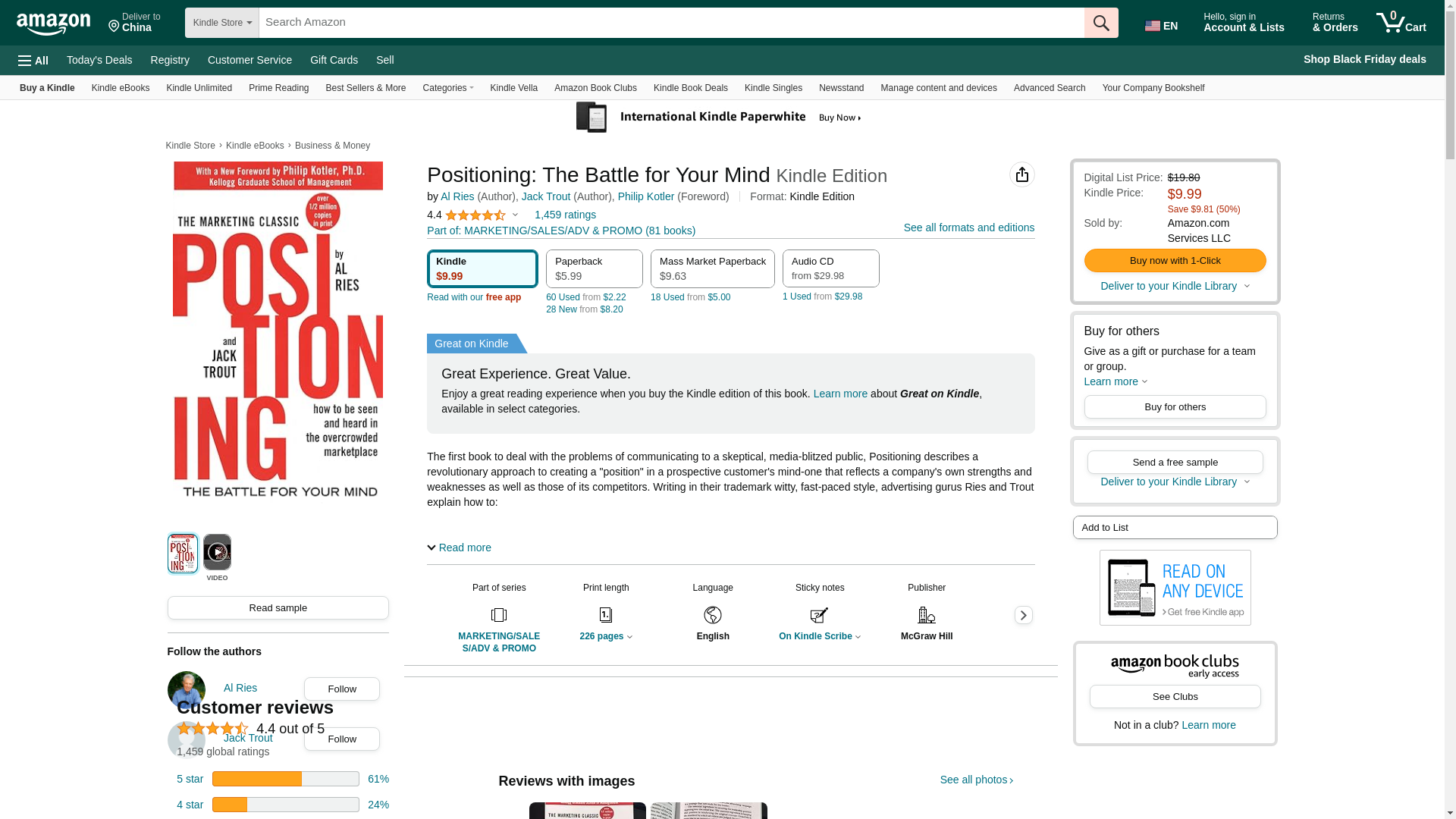  Describe the element at coordinates (1174, 482) in the screenshot. I see `'Deliver to your Kindle Library'` at that location.